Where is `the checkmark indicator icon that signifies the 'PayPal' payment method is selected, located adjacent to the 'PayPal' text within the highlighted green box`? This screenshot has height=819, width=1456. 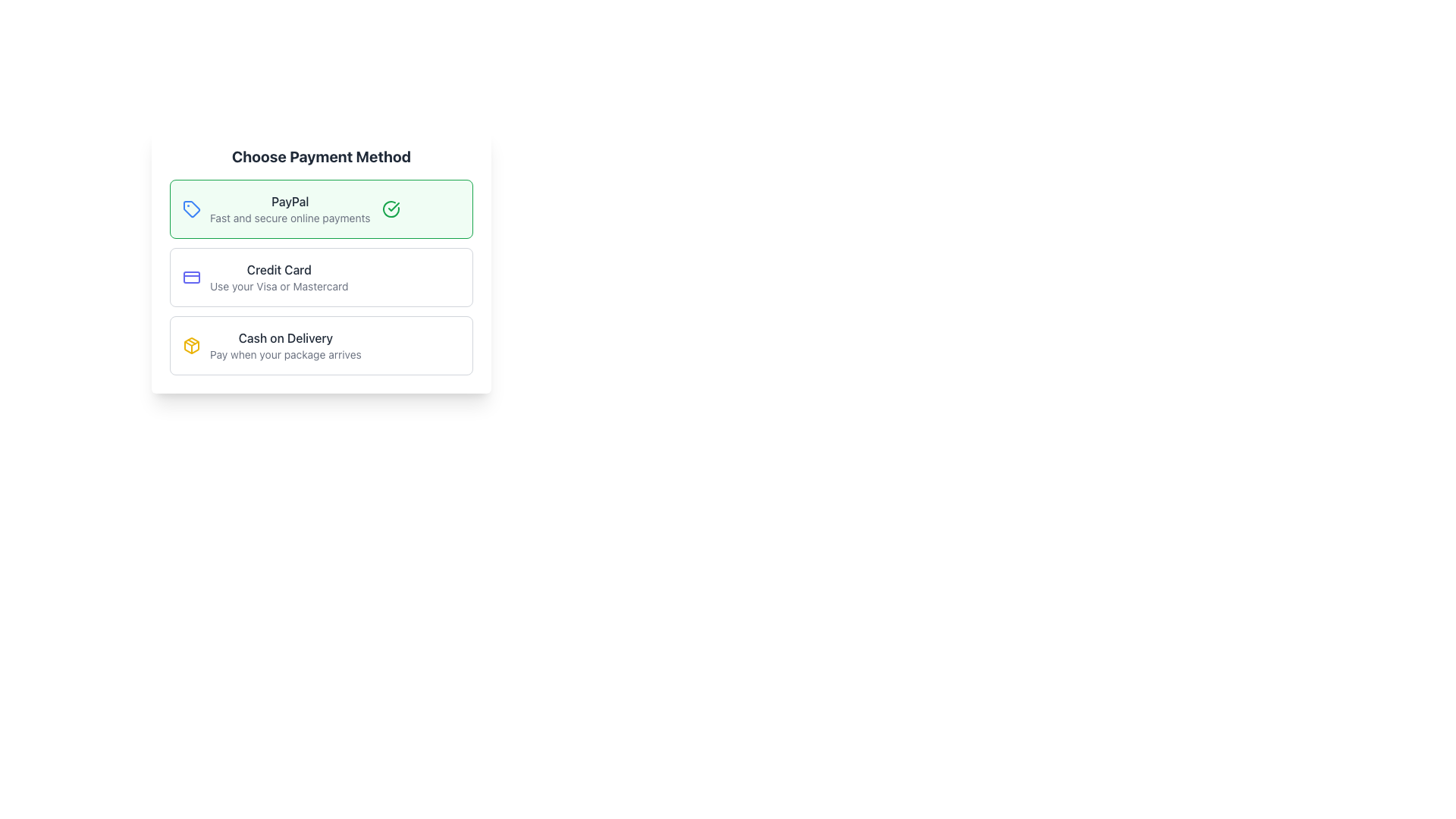
the checkmark indicator icon that signifies the 'PayPal' payment method is selected, located adjacent to the 'PayPal' text within the highlighted green box is located at coordinates (394, 207).